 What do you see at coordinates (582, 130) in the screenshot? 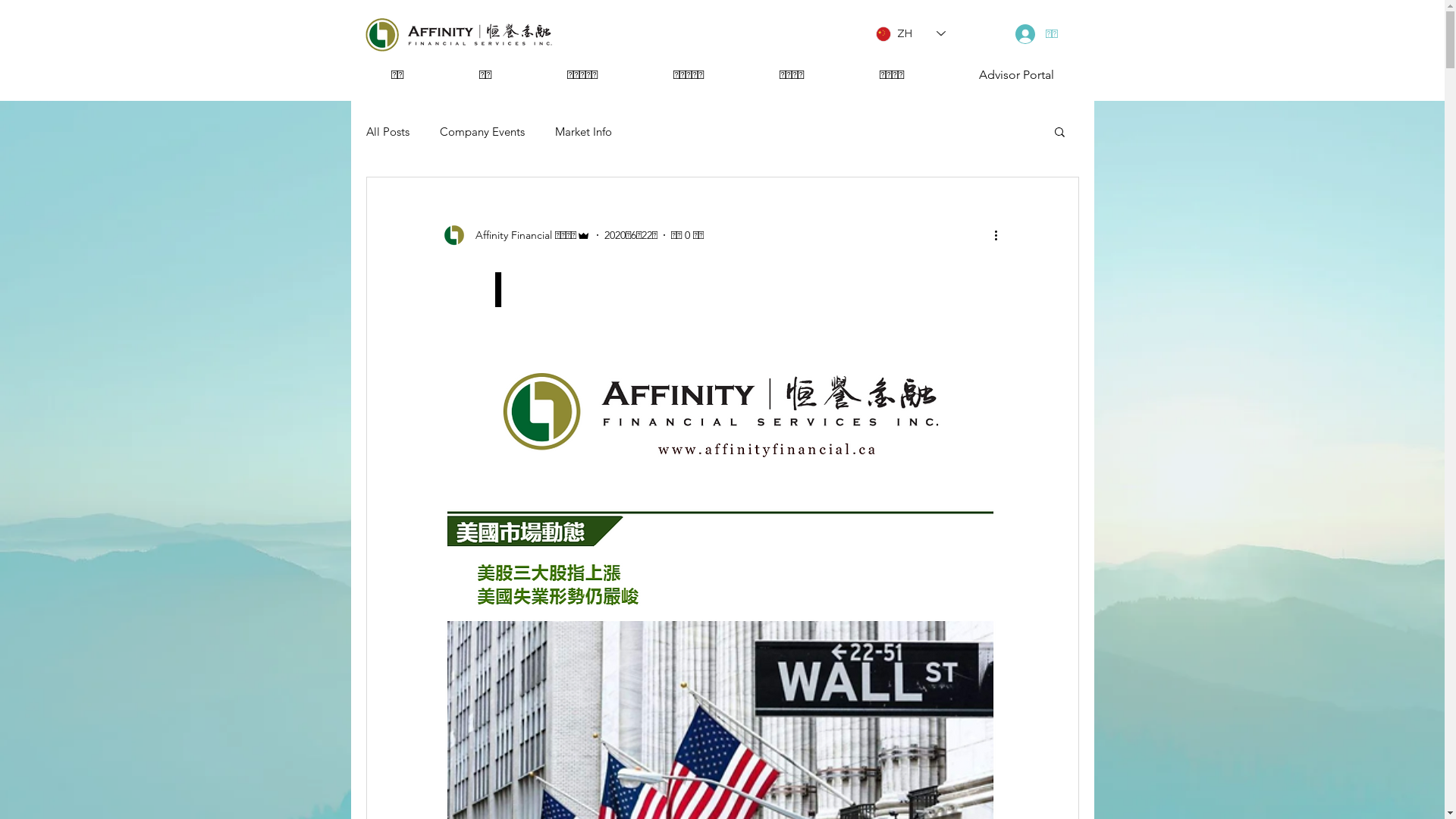
I see `'Market Info'` at bounding box center [582, 130].